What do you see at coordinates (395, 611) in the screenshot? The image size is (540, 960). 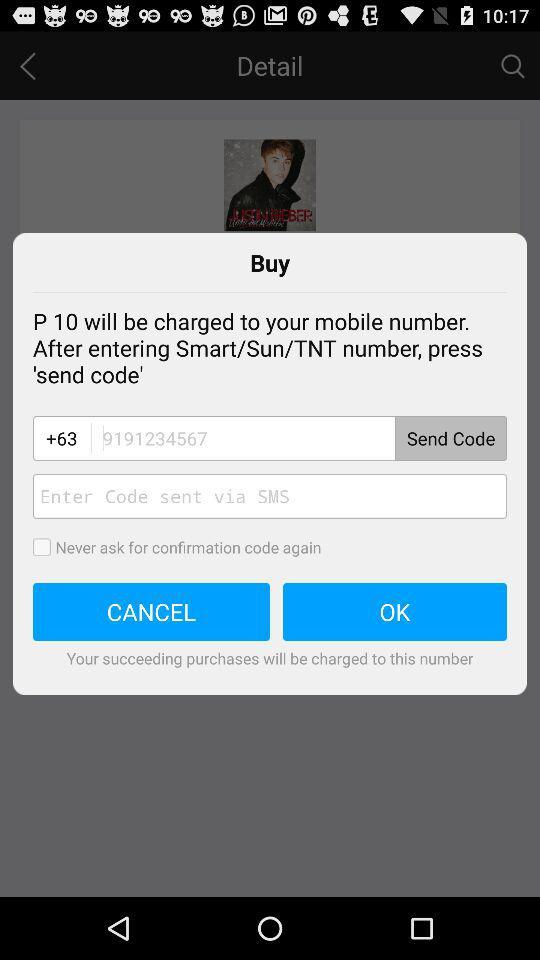 I see `the icon above the your succeeding purchases app` at bounding box center [395, 611].